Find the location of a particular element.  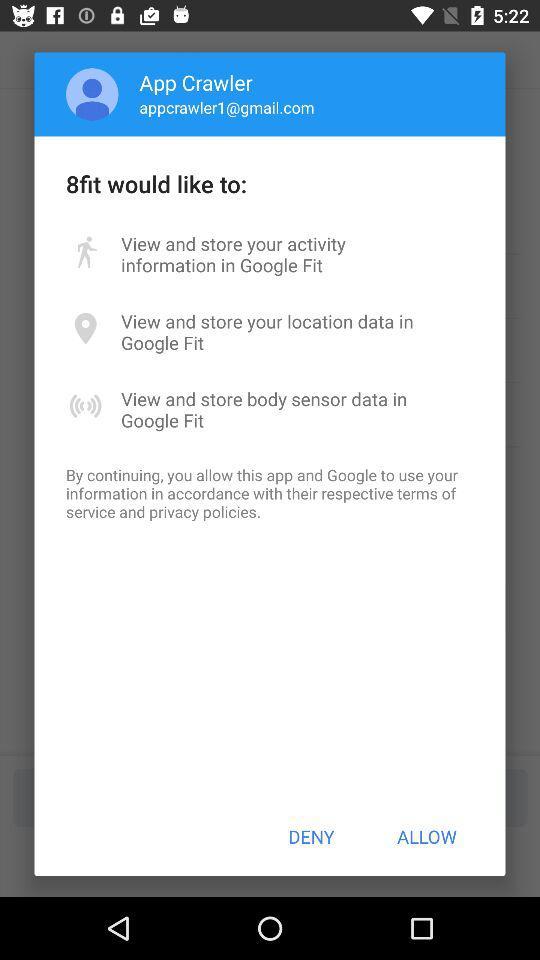

app above the 8fit would like icon is located at coordinates (91, 94).